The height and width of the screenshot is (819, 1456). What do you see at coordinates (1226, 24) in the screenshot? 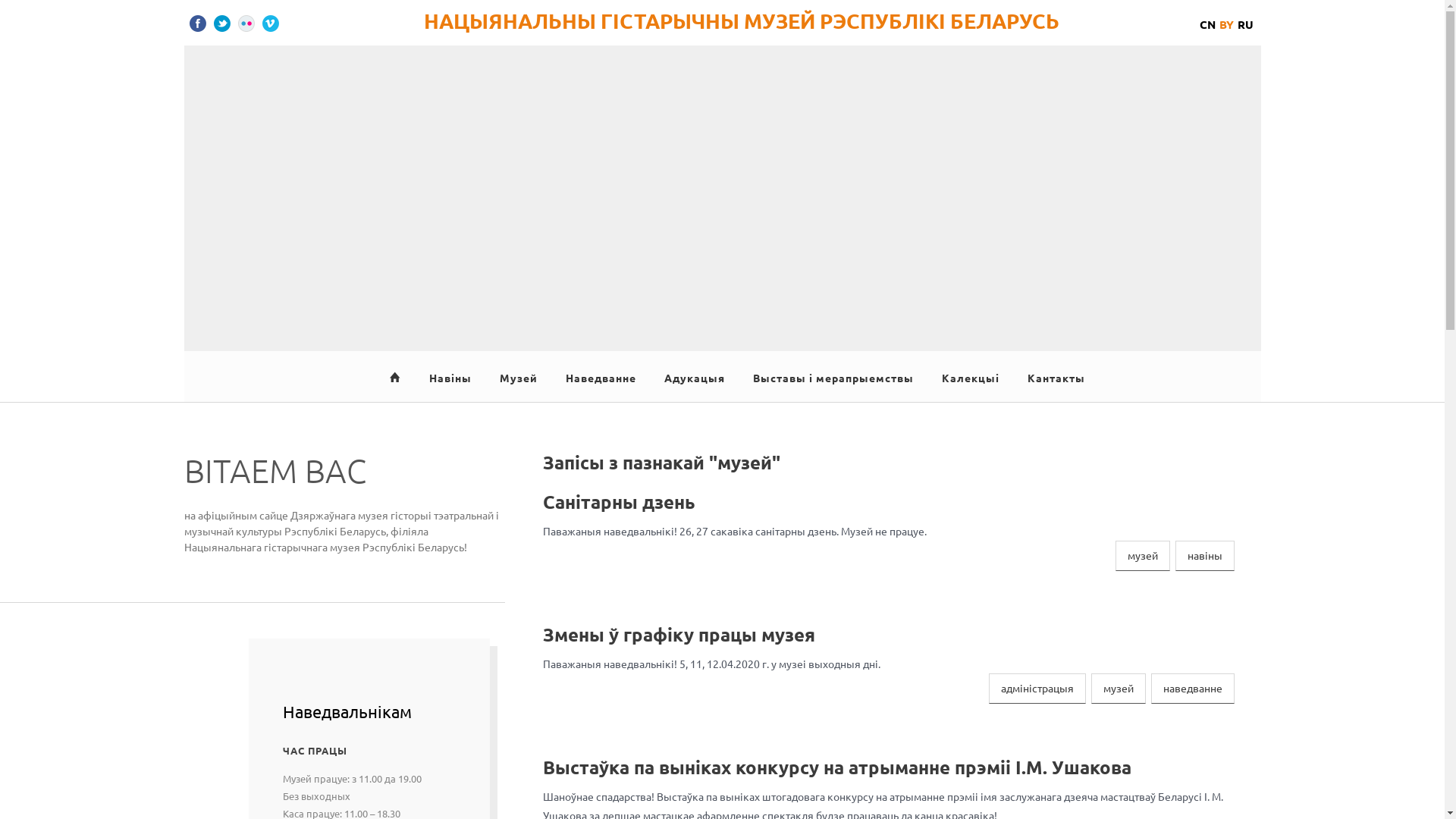
I see `'BY'` at bounding box center [1226, 24].